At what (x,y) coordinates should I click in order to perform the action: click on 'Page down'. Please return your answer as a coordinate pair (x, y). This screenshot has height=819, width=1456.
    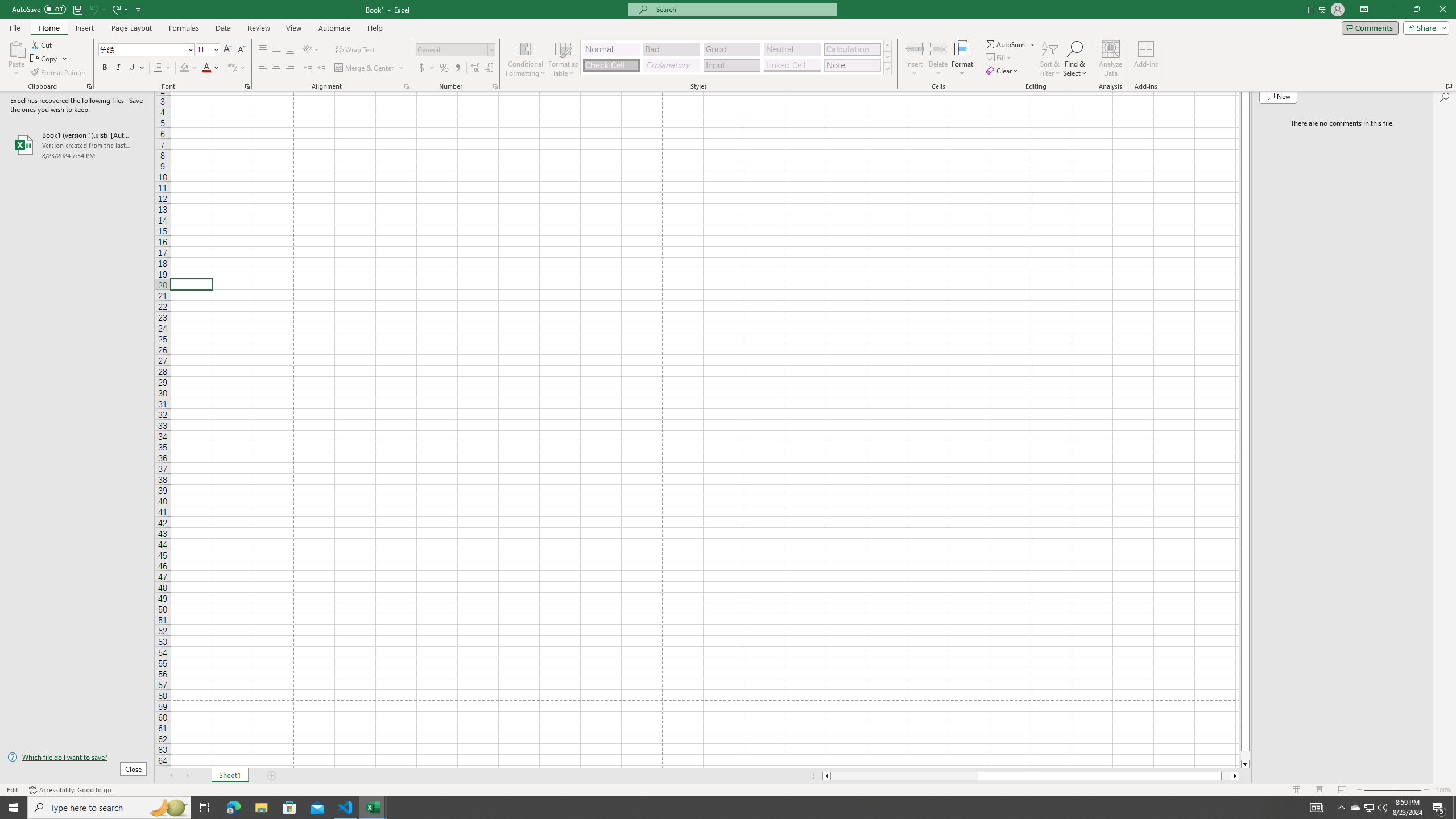
    Looking at the image, I should click on (1245, 755).